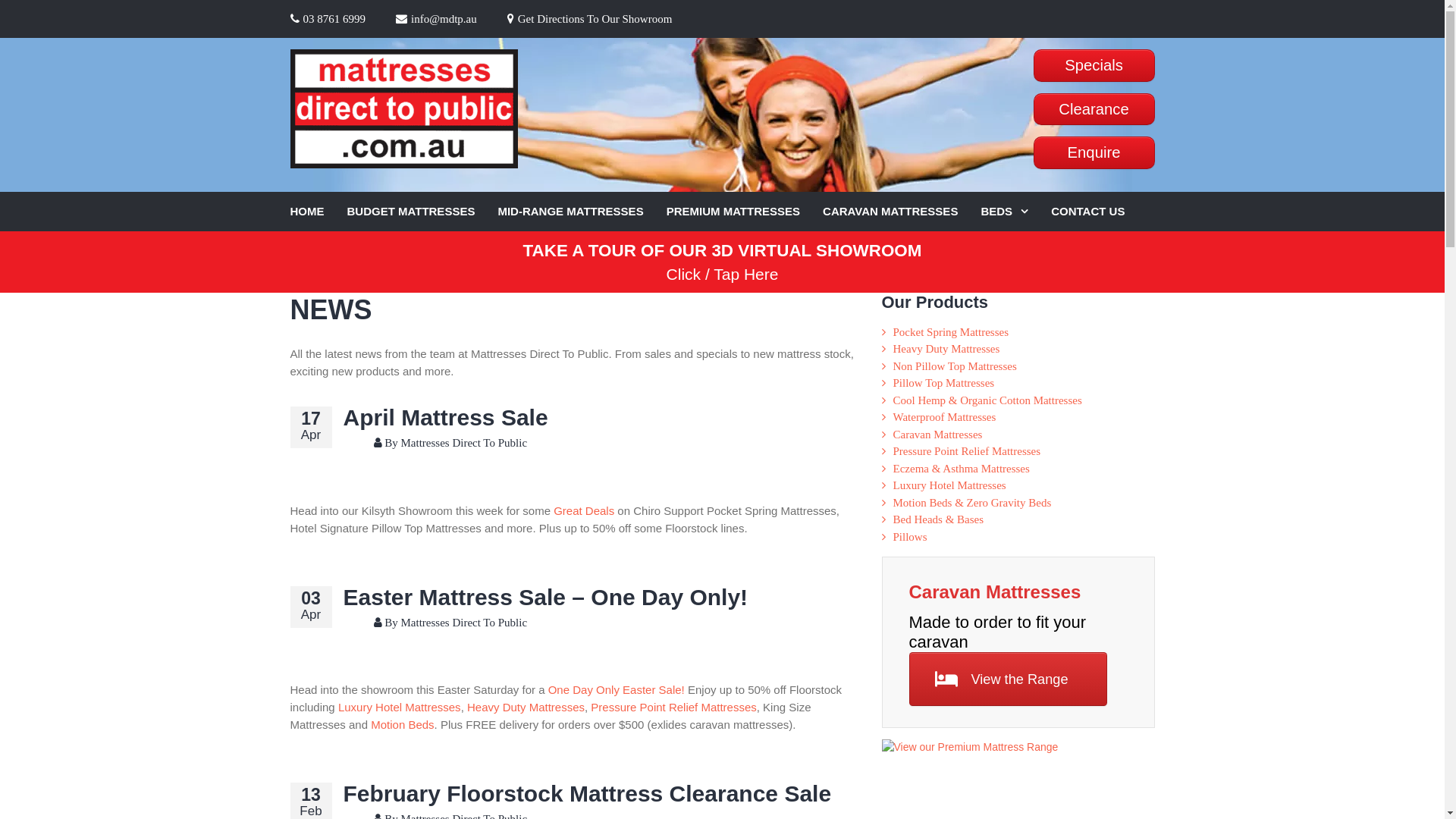 The height and width of the screenshot is (819, 1456). Describe the element at coordinates (949, 331) in the screenshot. I see `'Pocket Spring Mattresses'` at that location.